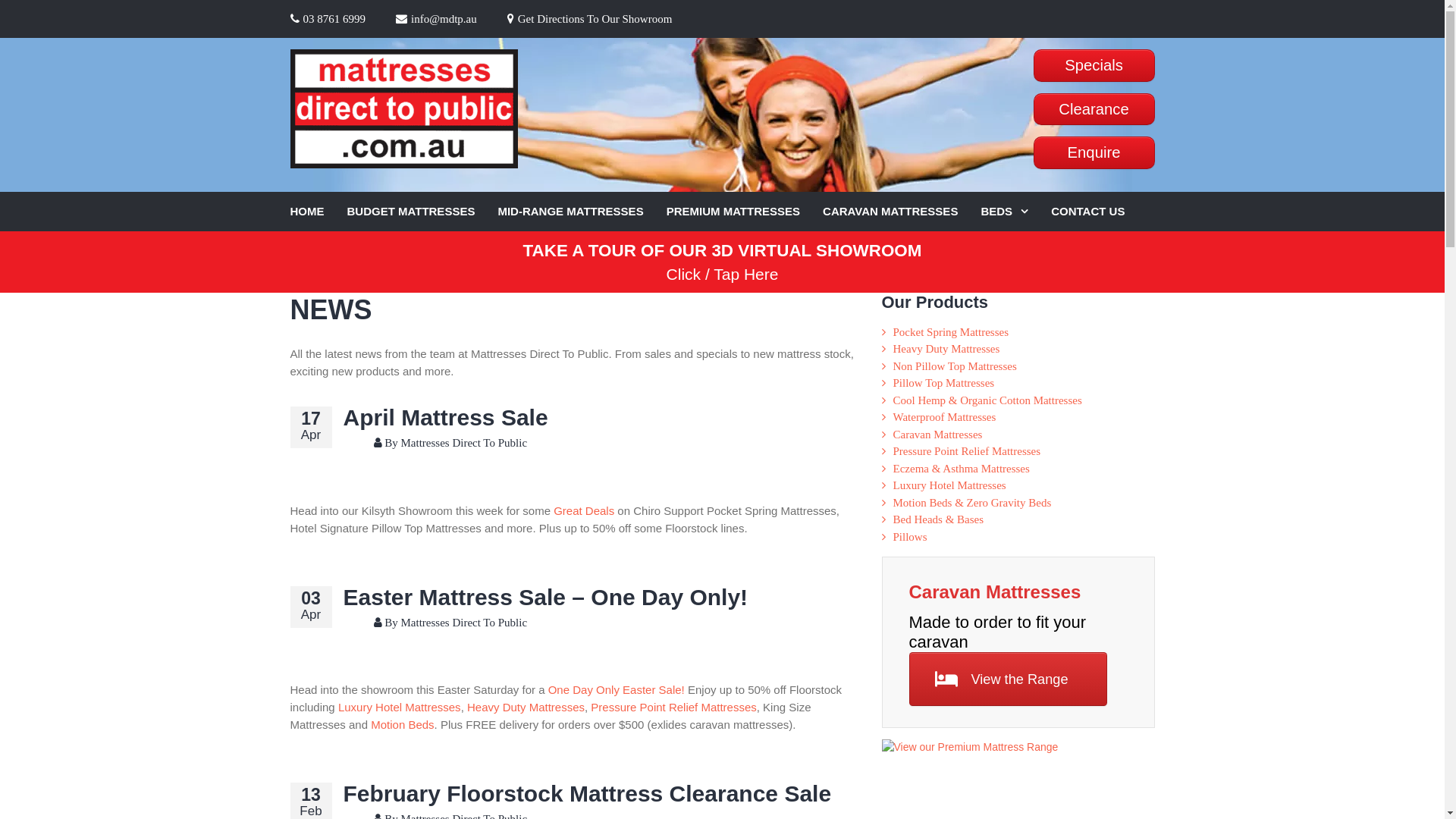 The height and width of the screenshot is (819, 1456). Describe the element at coordinates (949, 331) in the screenshot. I see `'Pocket Spring Mattresses'` at that location.